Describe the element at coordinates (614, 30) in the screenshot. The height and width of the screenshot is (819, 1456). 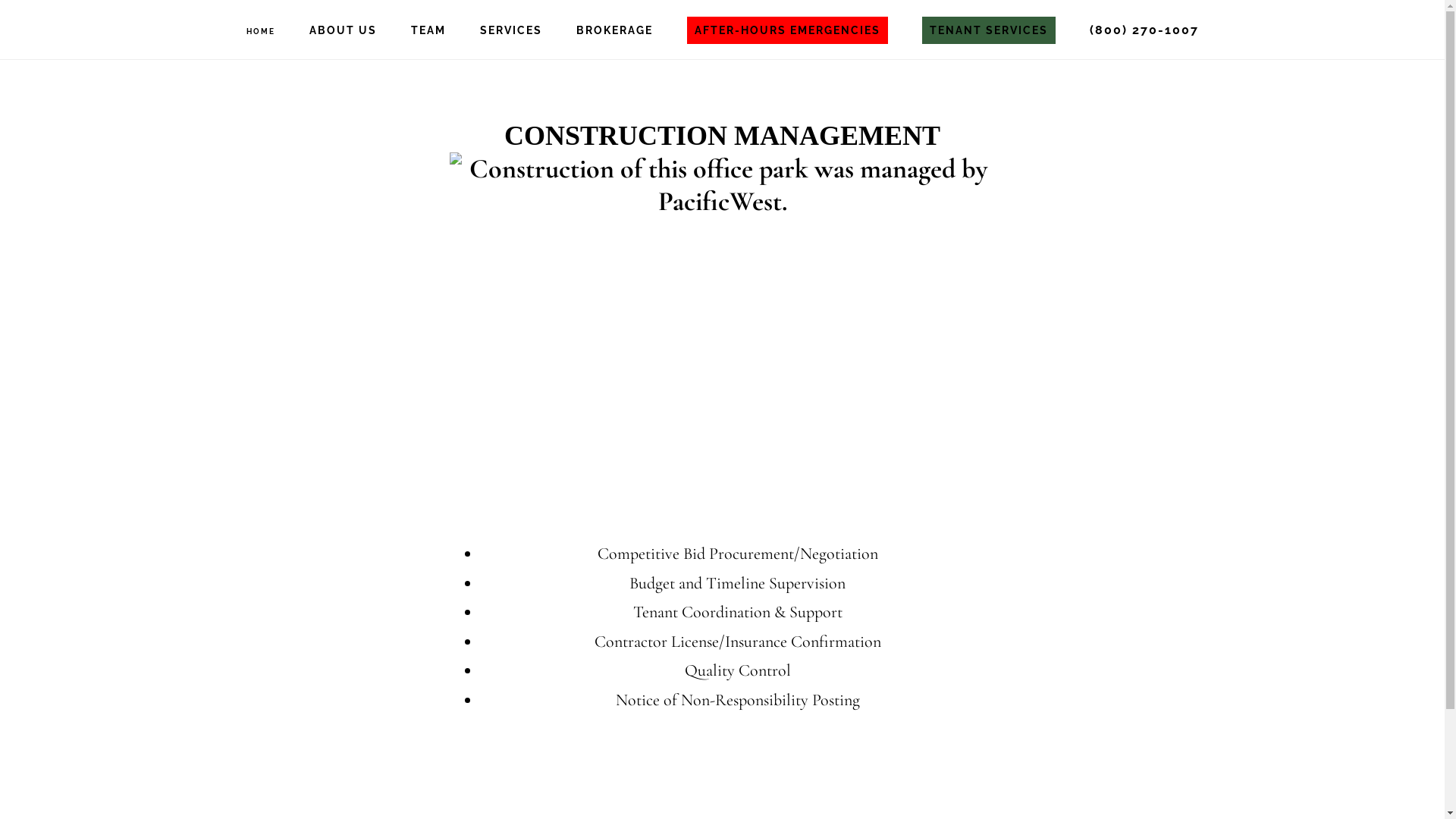
I see `'BROKERAGE'` at that location.